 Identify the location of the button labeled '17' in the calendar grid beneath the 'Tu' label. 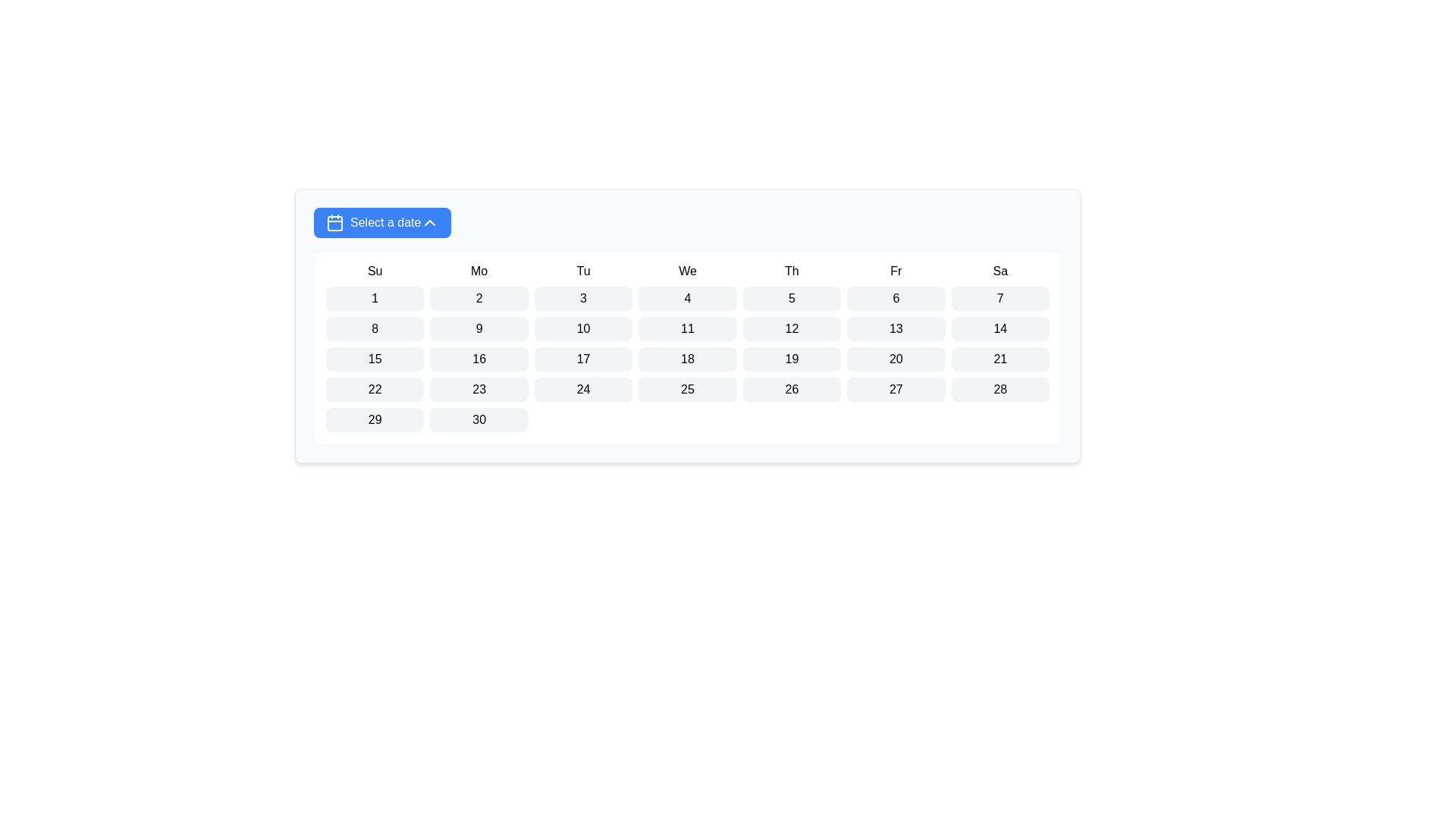
(582, 359).